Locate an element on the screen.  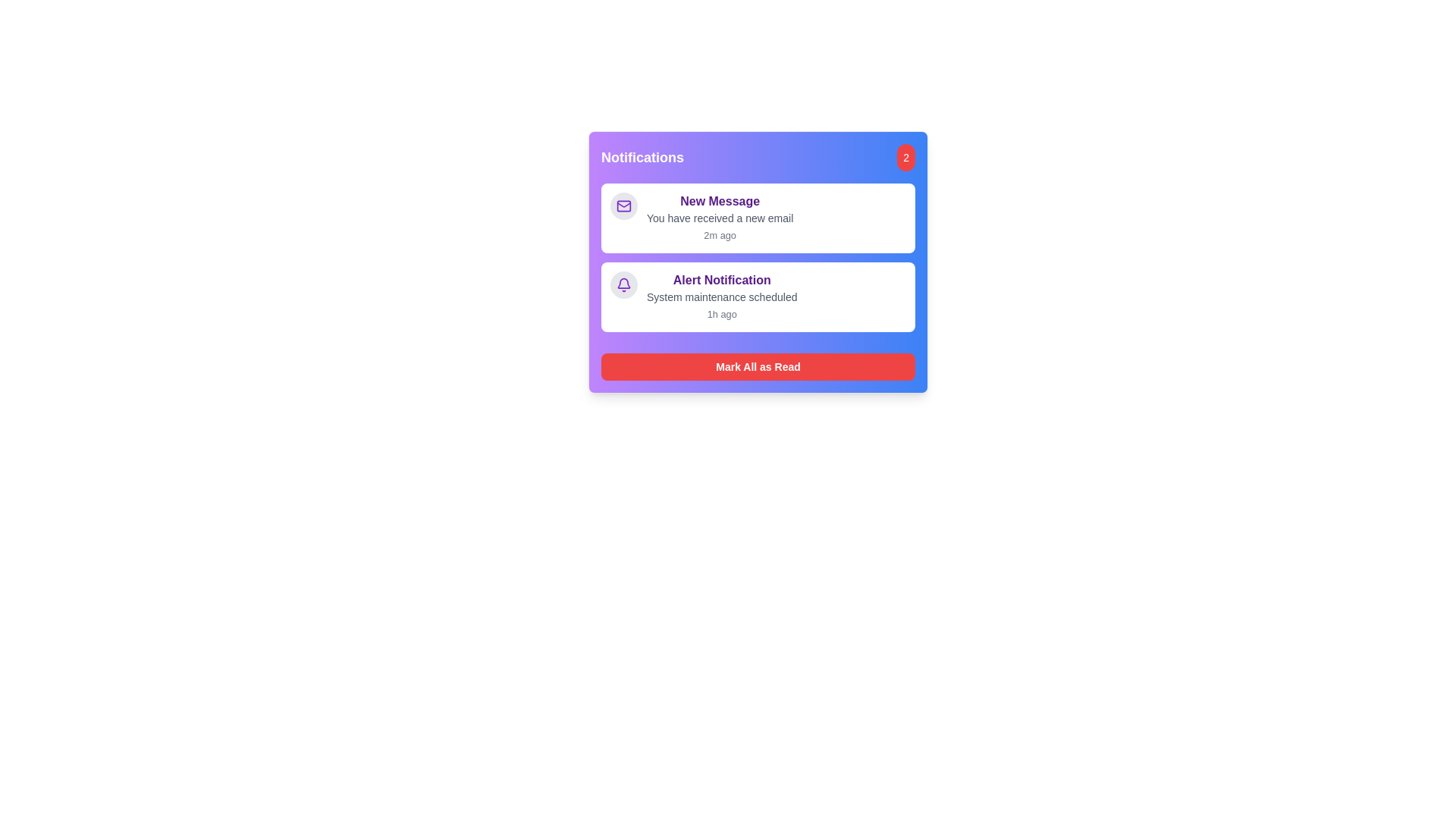
the text block displaying 'System maintenance scheduled' within the purple notification window, located below 'Alert Notification' is located at coordinates (721, 297).